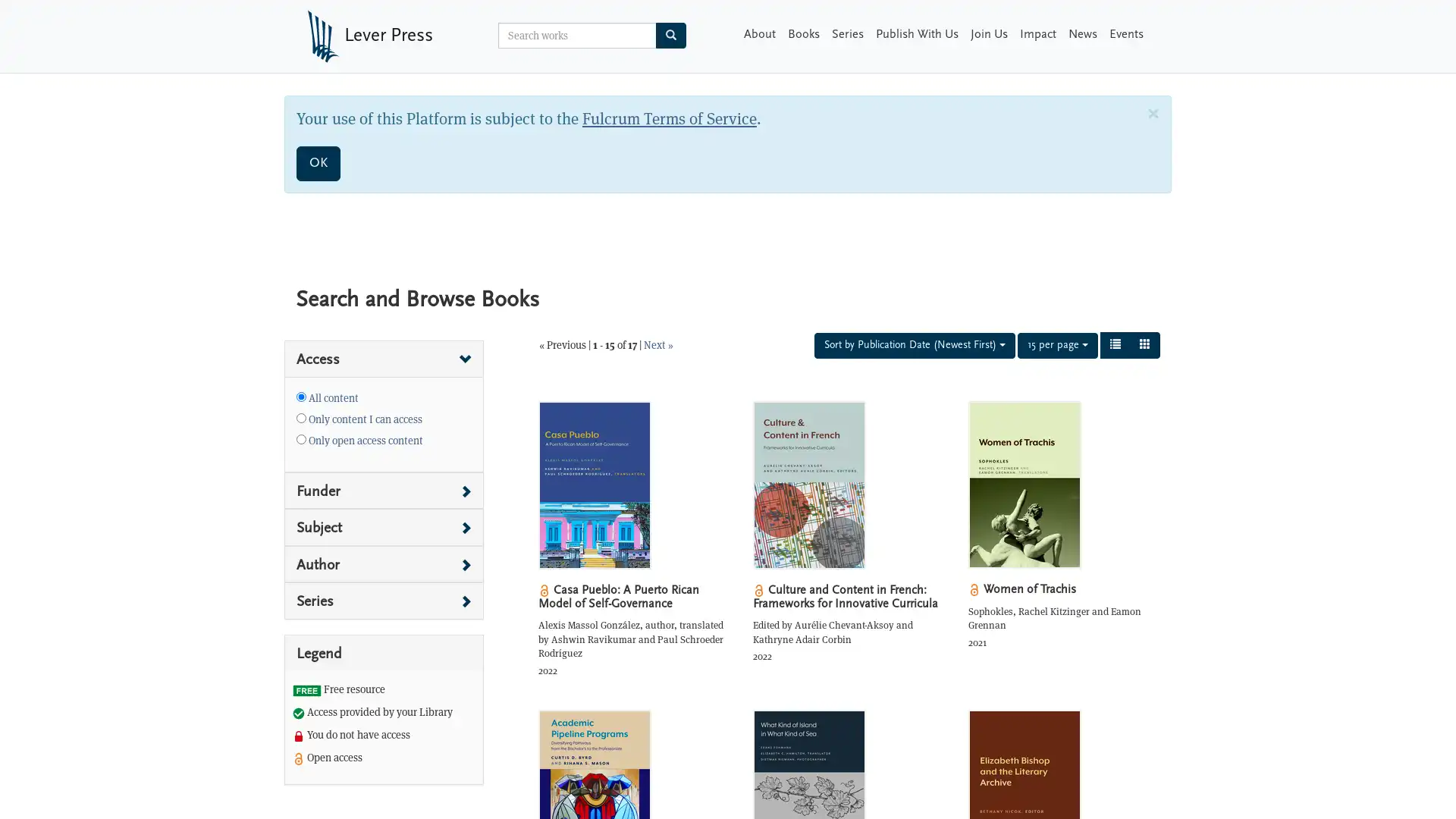 This screenshot has height=819, width=1456. Describe the element at coordinates (383, 599) in the screenshot. I see `Filter search results by Series` at that location.